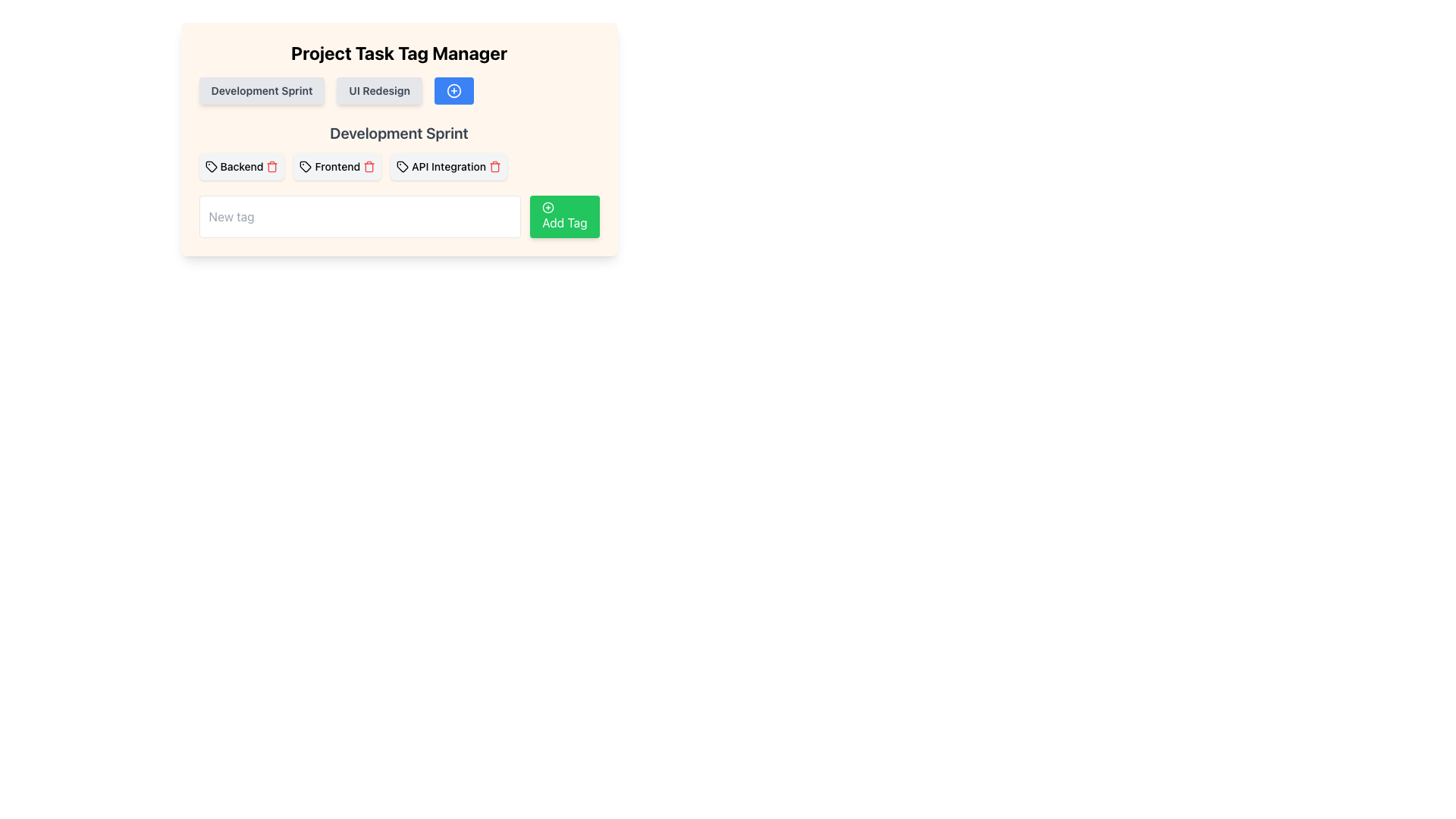  I want to click on the selectable tag button for 'Development Sprint' to activate visual feedback, so click(262, 90).